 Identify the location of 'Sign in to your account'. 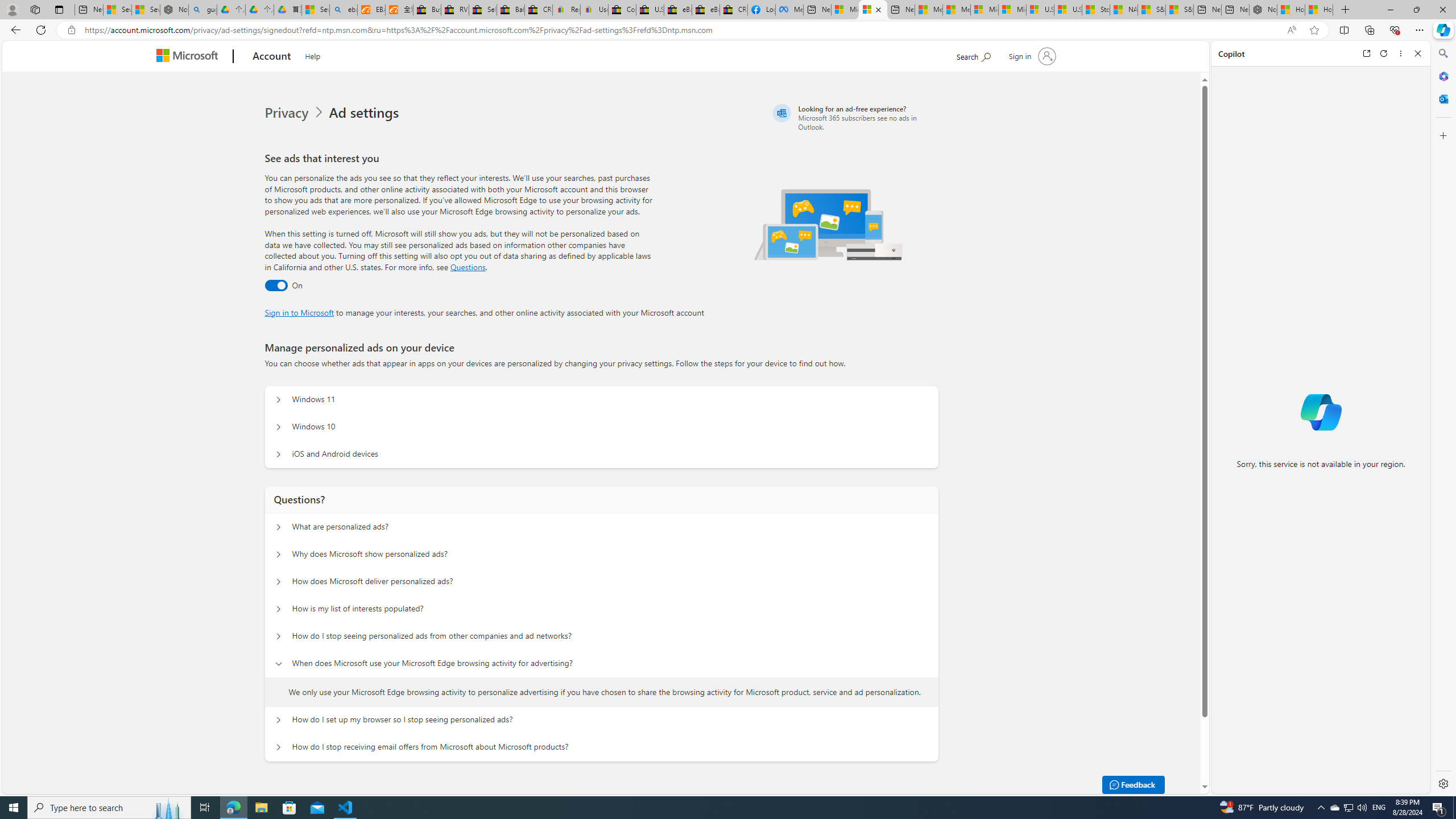
(1031, 55).